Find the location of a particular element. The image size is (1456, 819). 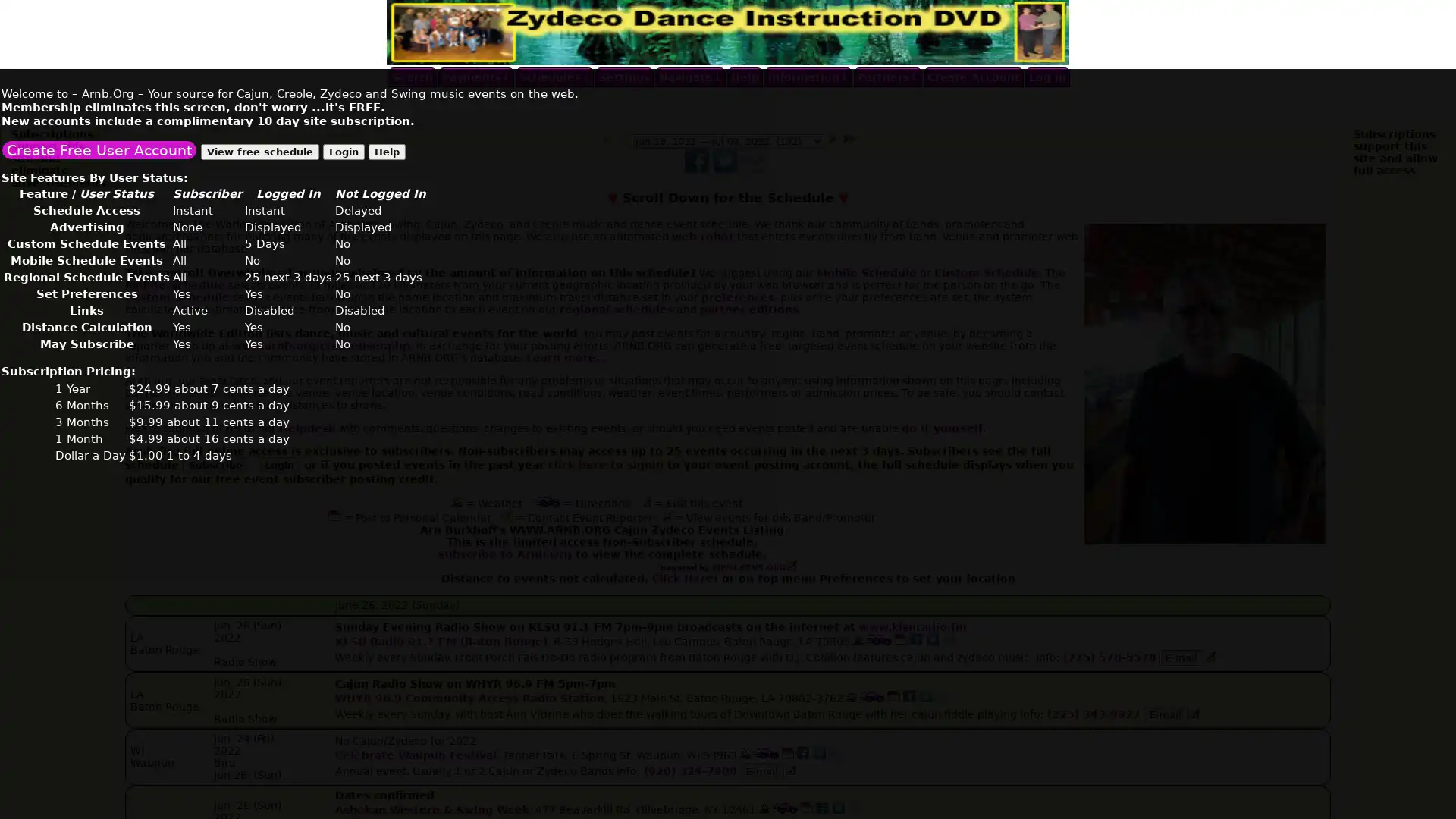

Login is located at coordinates (343, 151).